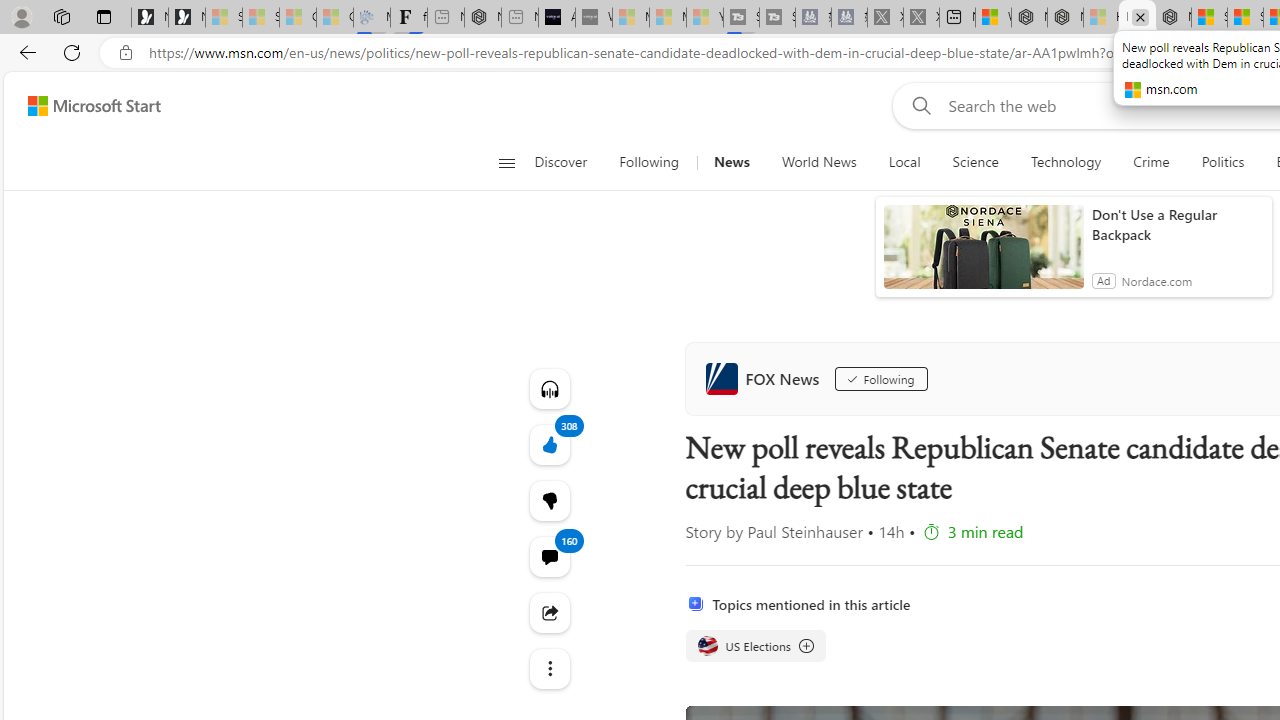 The image size is (1280, 720). I want to click on 'Technology', so click(1064, 162).